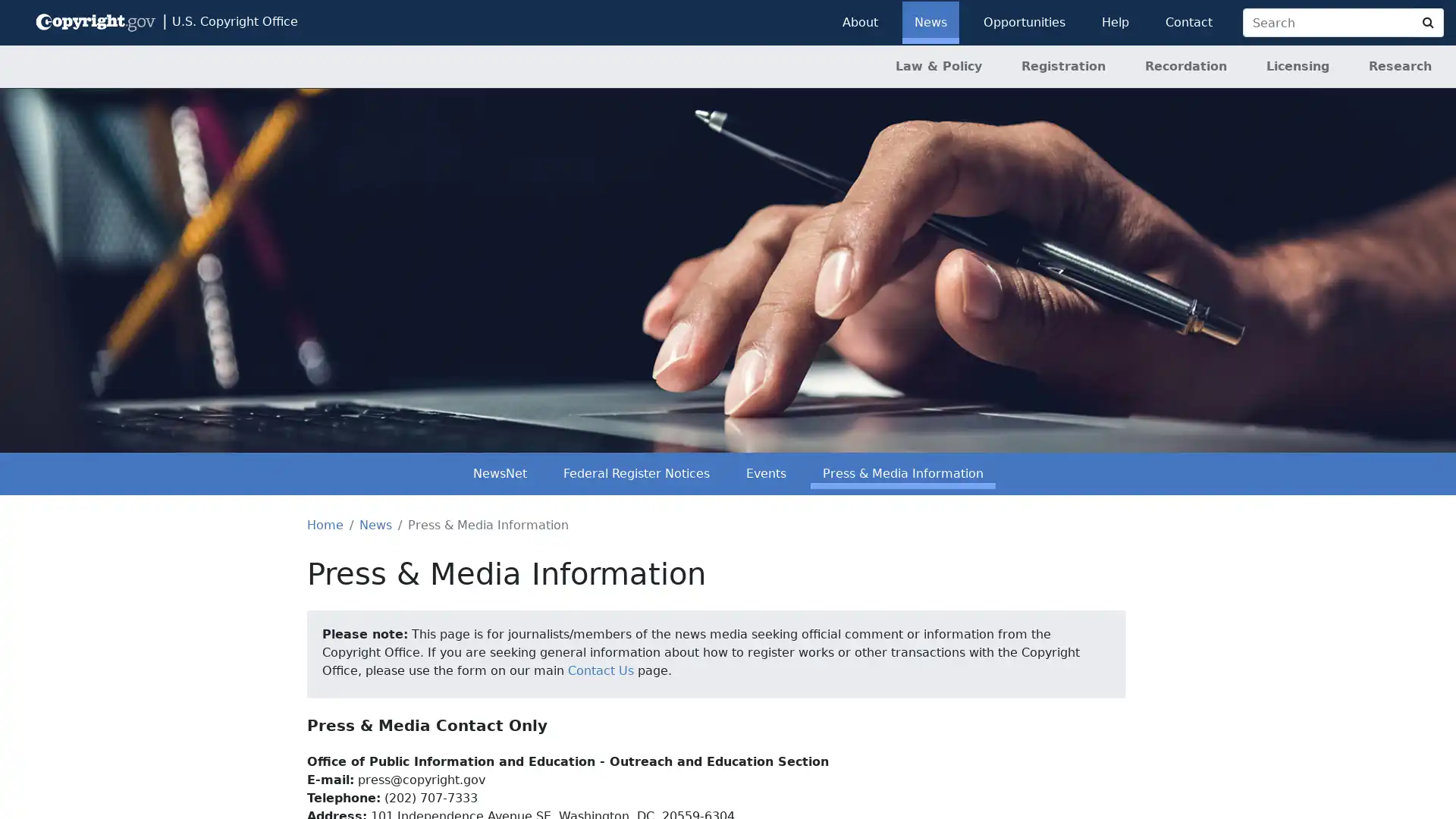 The width and height of the screenshot is (1456, 819). Describe the element at coordinates (1427, 23) in the screenshot. I see `Search Copyright.gov` at that location.